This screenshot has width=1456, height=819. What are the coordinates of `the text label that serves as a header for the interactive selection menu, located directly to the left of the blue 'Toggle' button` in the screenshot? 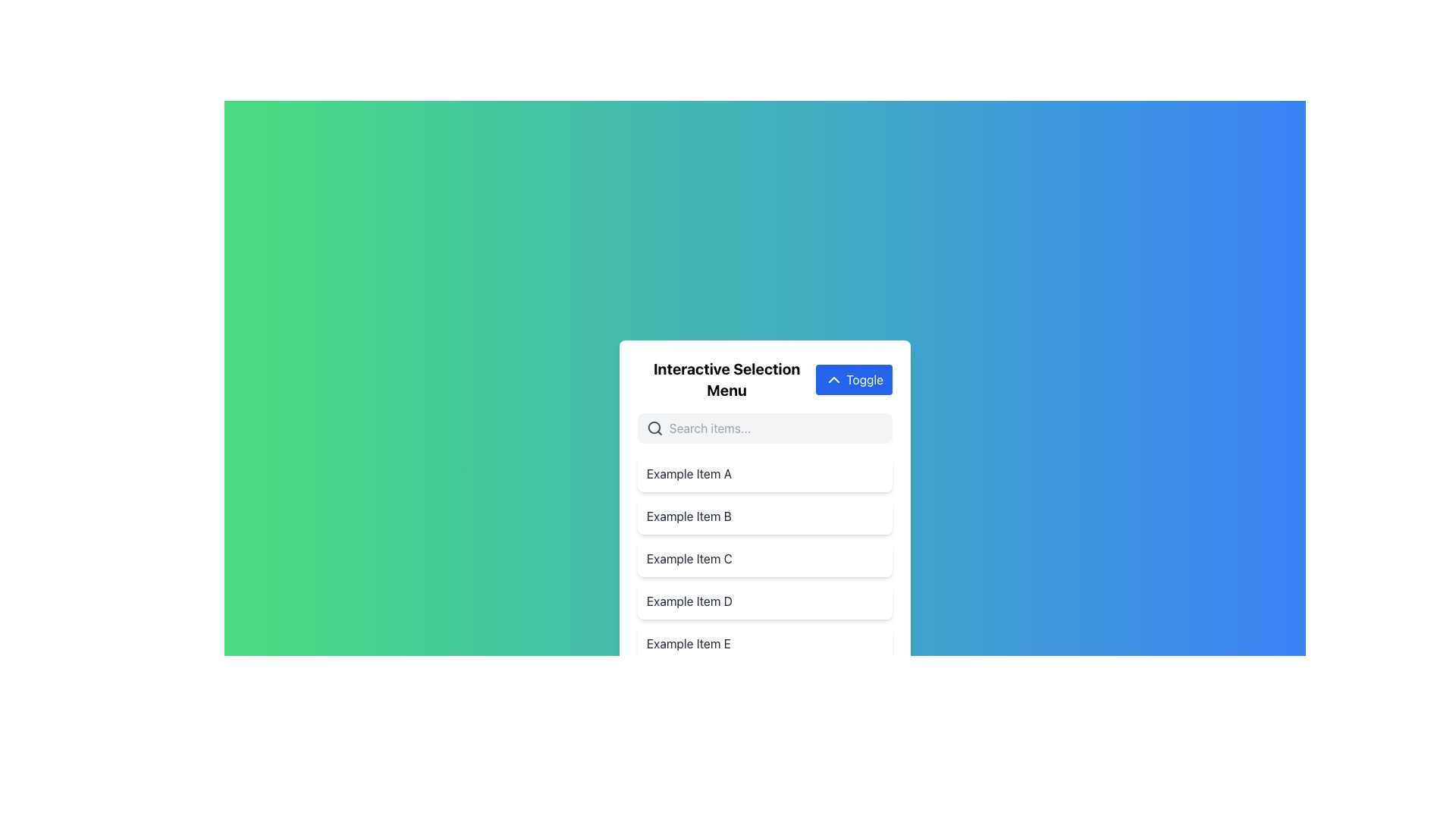 It's located at (726, 379).